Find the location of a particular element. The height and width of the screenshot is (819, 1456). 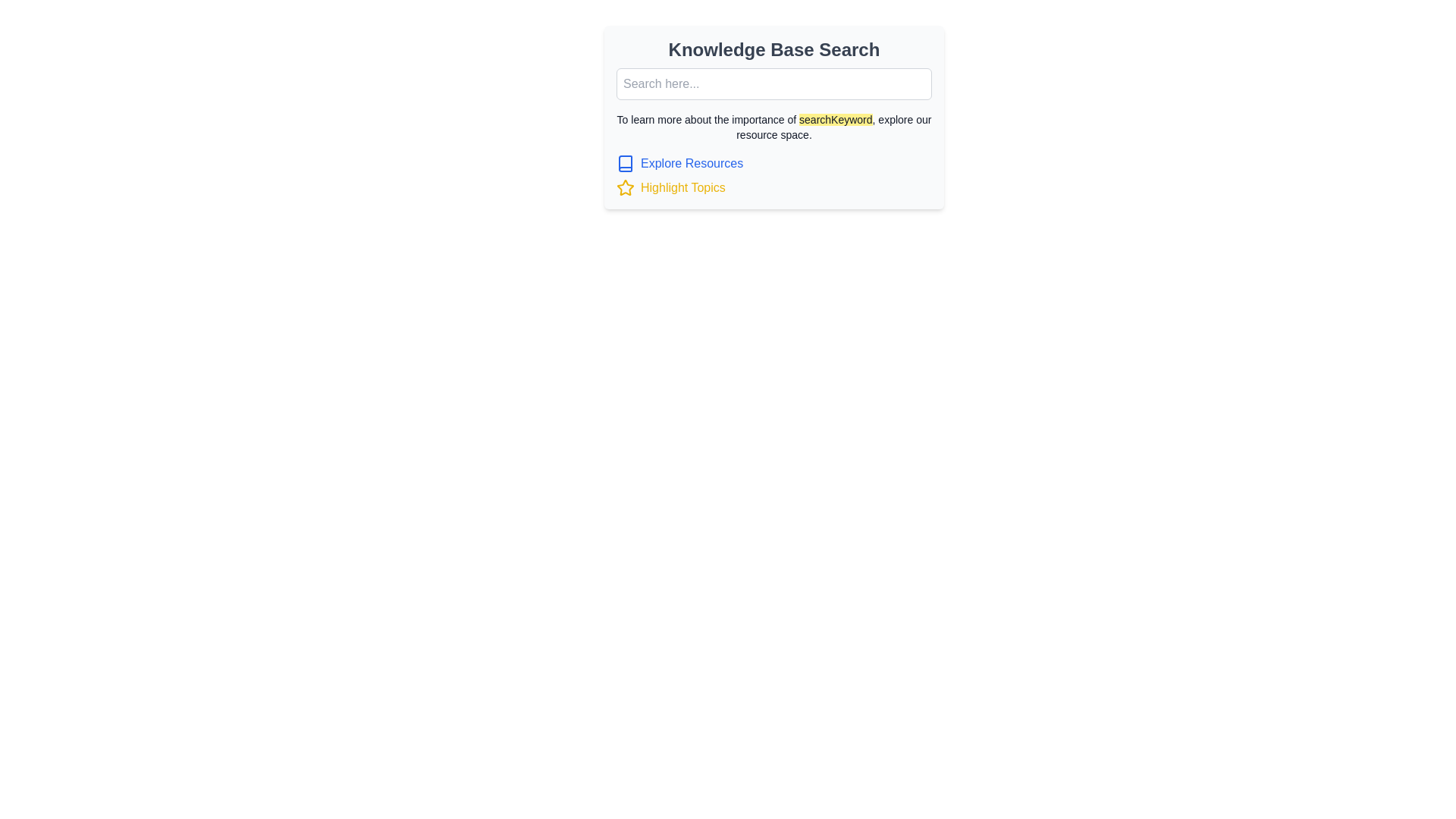

the highlighted text area used to emphasize 'searchKeyword' in the descriptive paragraph below the search bar of the 'Knowledge Base Search' interface is located at coordinates (835, 119).